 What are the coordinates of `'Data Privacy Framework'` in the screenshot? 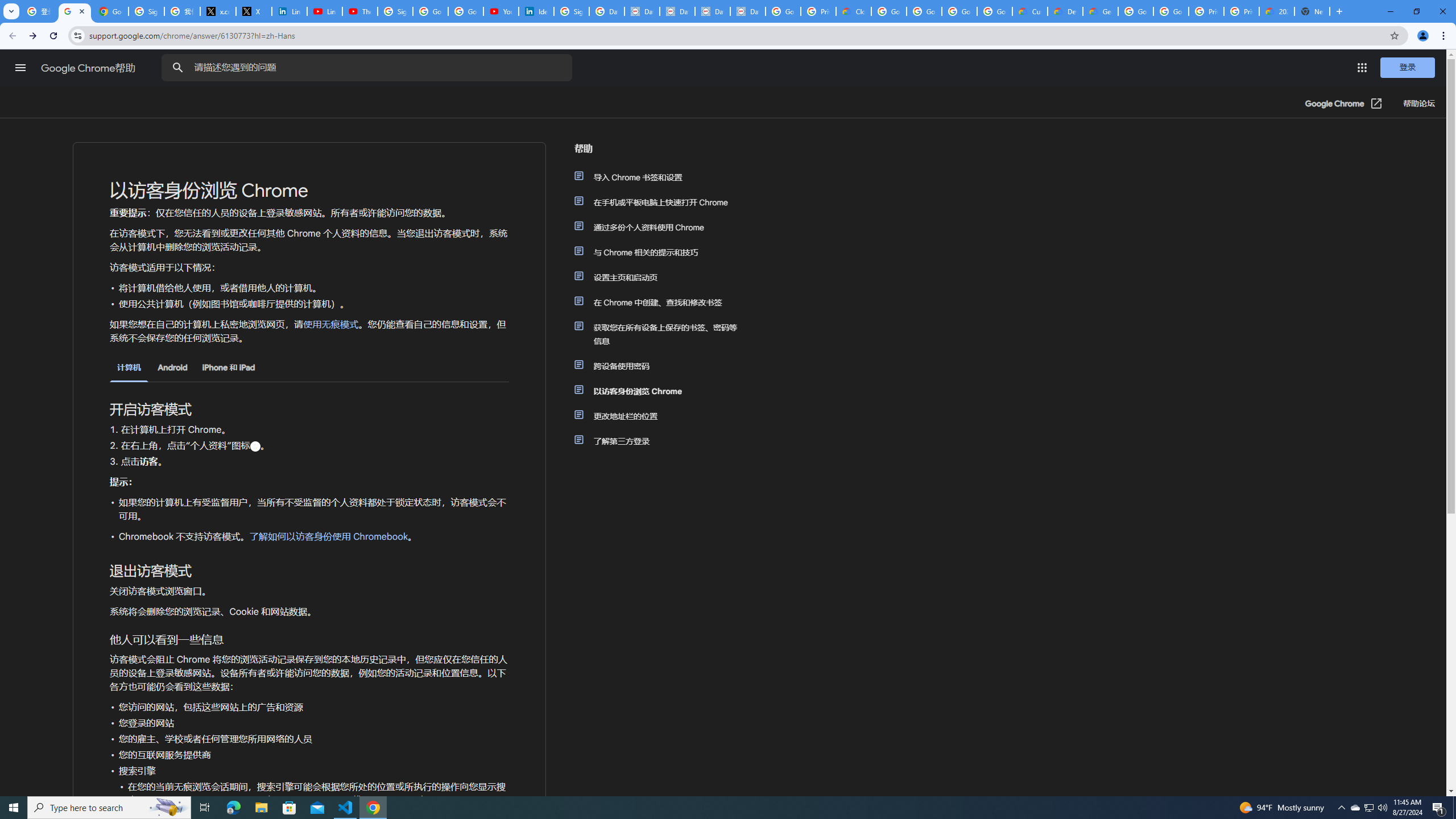 It's located at (642, 11).